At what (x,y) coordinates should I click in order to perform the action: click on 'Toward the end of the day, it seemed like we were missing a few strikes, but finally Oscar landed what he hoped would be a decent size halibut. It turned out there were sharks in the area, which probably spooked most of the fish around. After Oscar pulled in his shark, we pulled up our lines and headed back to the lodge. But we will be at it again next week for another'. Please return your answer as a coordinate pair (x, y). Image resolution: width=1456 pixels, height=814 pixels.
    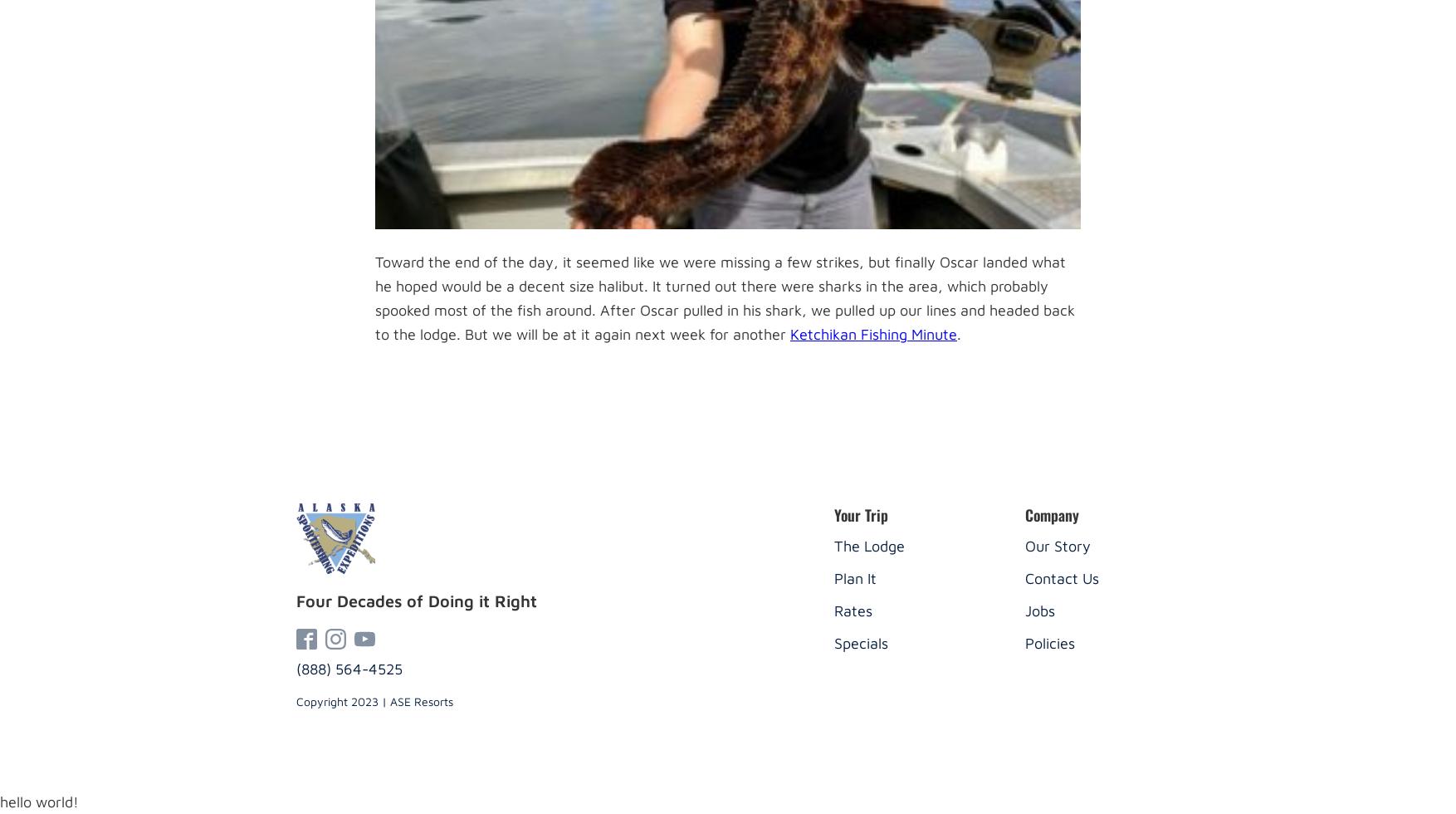
    Looking at the image, I should click on (724, 297).